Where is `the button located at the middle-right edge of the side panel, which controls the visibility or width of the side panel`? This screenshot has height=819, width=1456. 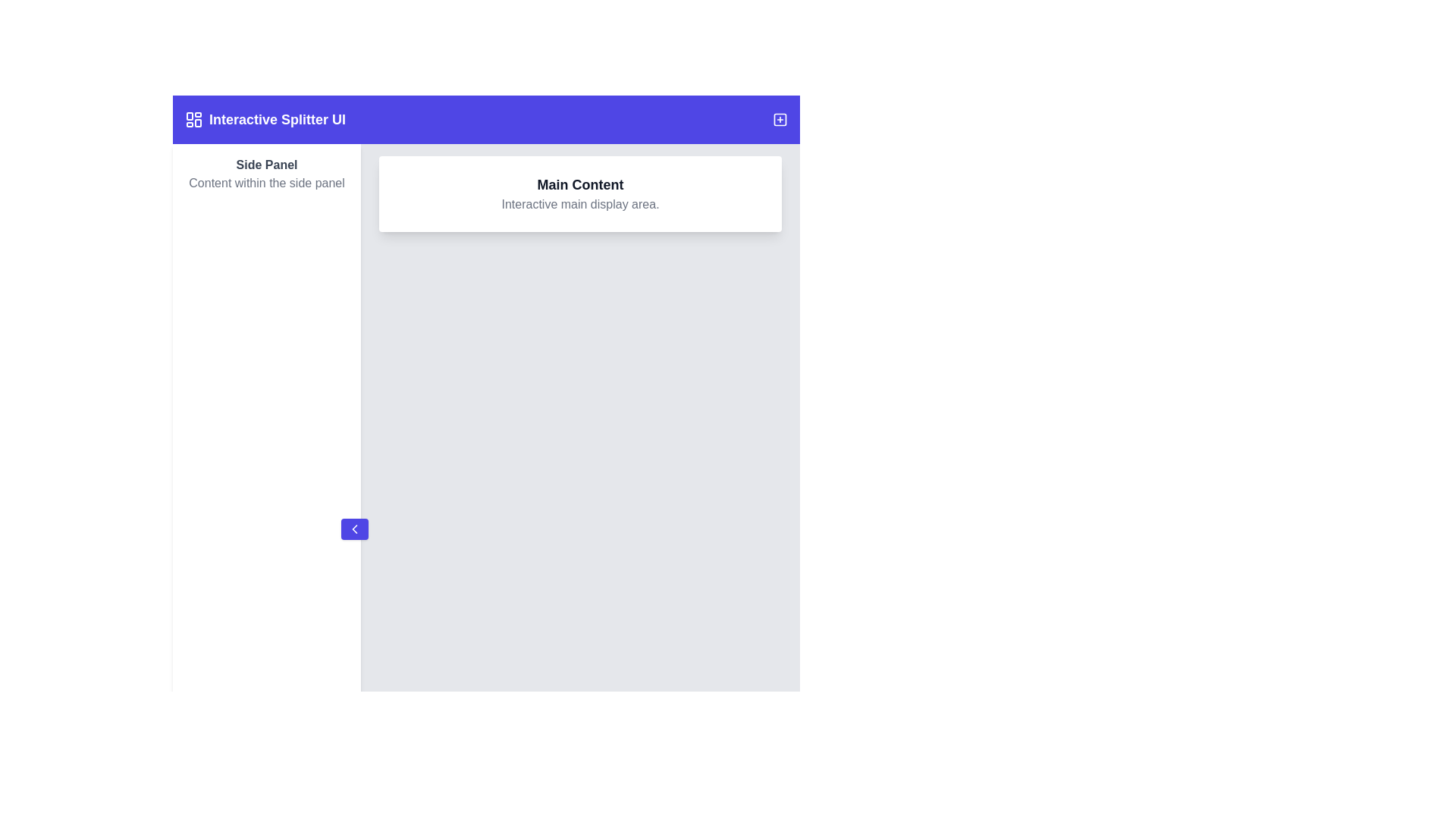 the button located at the middle-right edge of the side panel, which controls the visibility or width of the side panel is located at coordinates (353, 529).